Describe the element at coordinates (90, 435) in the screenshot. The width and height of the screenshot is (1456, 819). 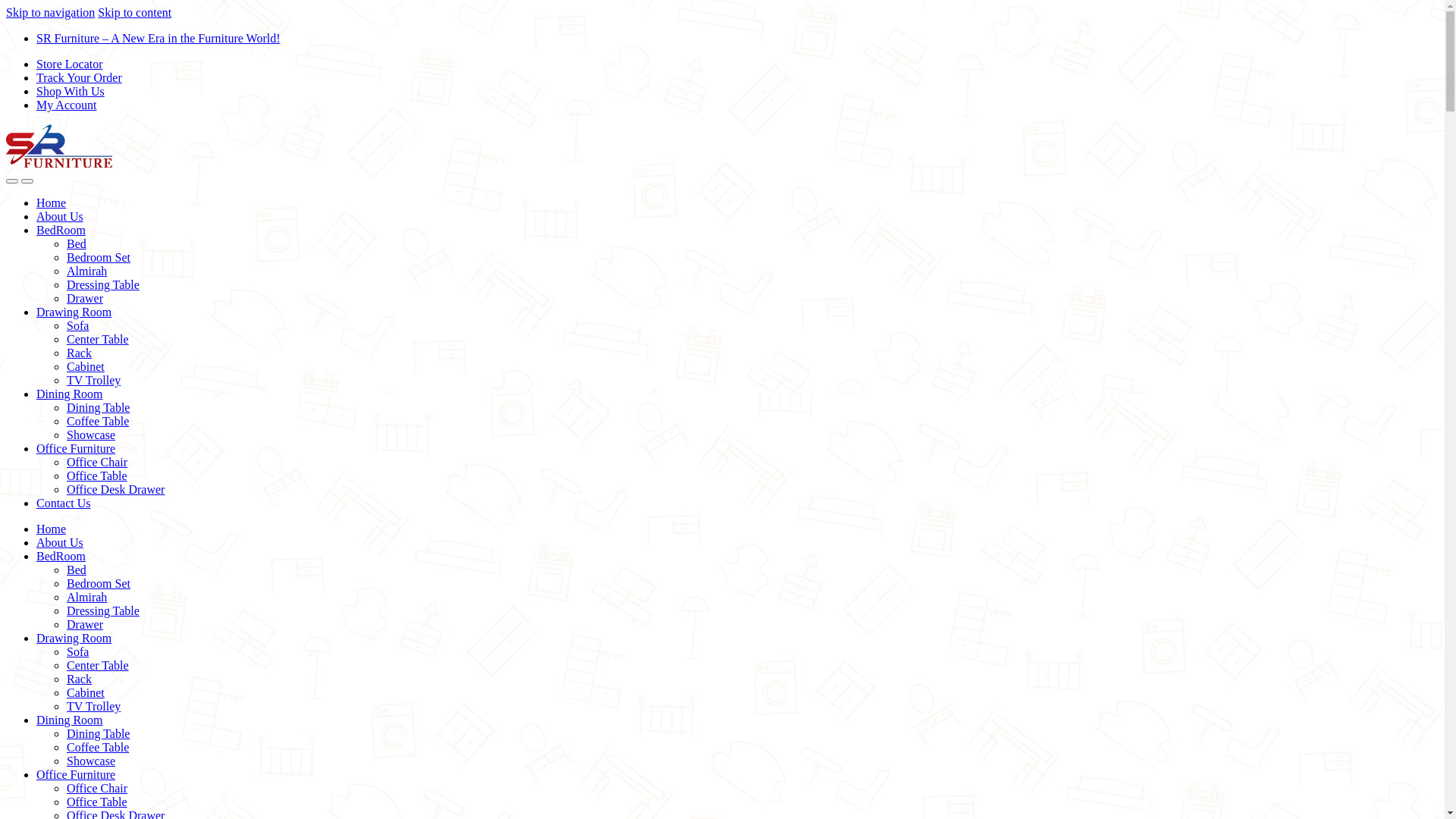
I see `'Showcase'` at that location.